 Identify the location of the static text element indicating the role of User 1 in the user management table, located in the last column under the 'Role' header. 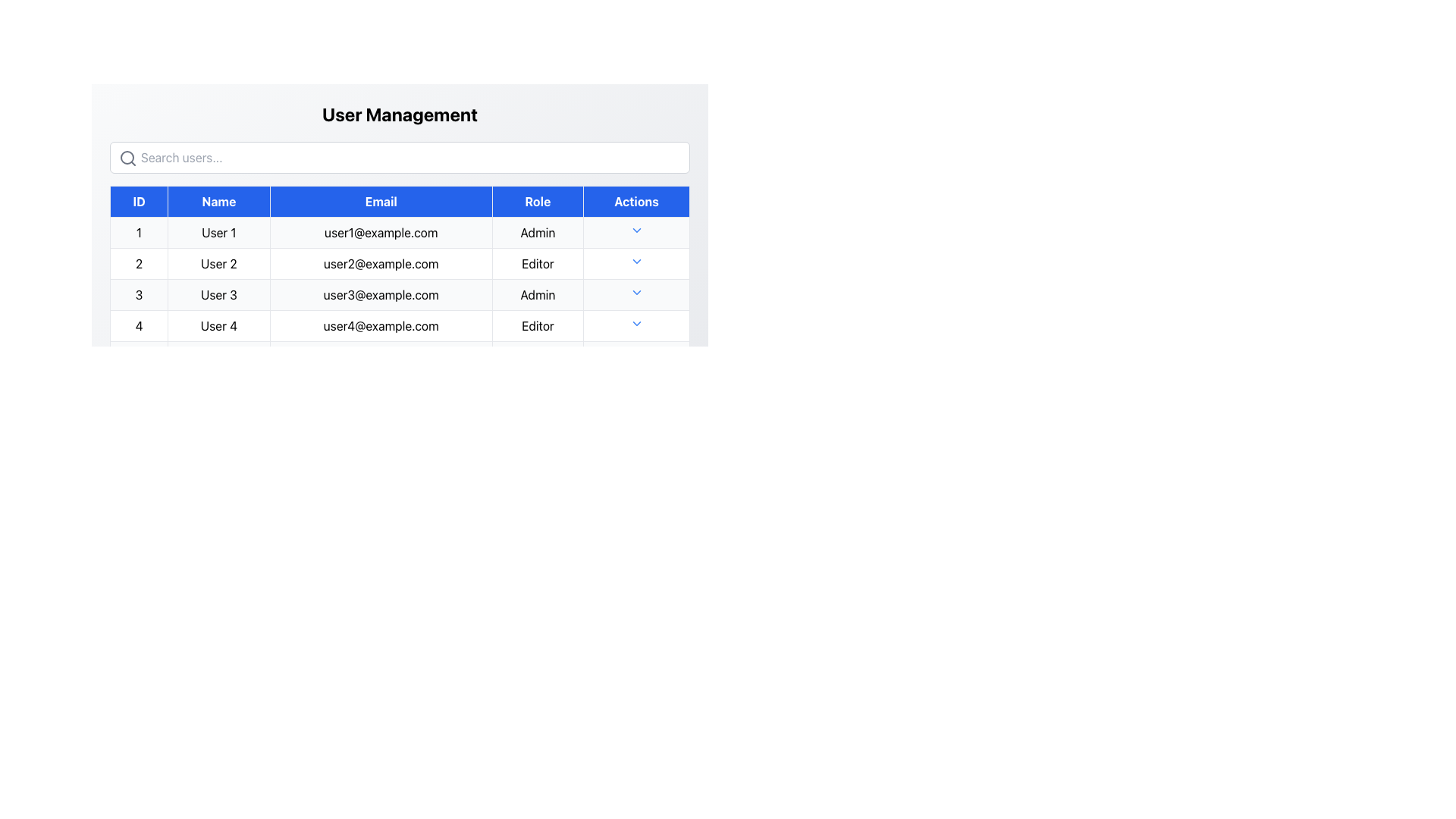
(538, 233).